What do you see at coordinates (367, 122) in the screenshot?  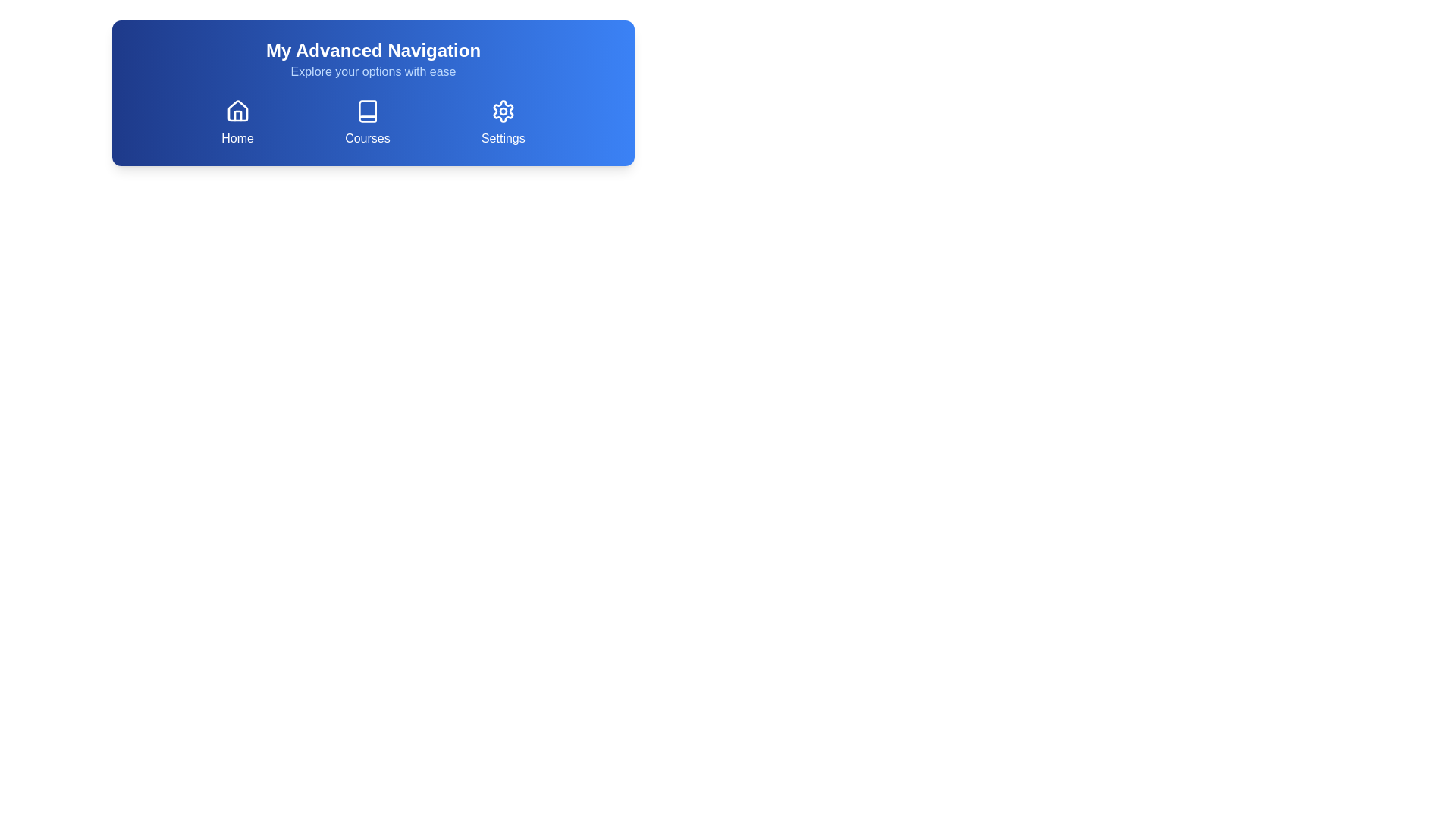 I see `the 'Courses' button, which features a book-shaped icon and is located in the navigation menu between 'Home' and 'Settings'` at bounding box center [367, 122].